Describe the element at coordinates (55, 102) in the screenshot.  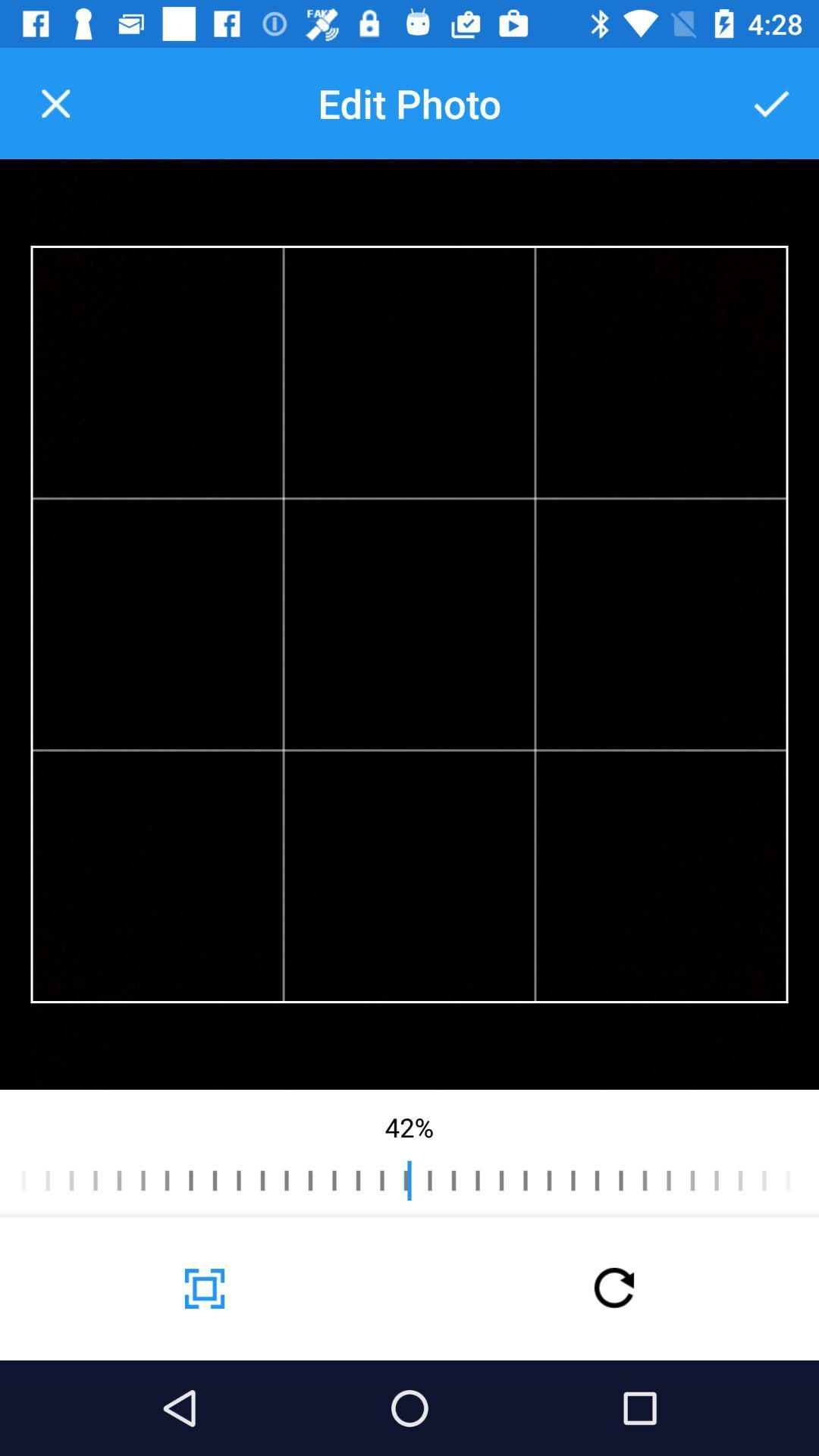
I see `icon at the top left corner` at that location.